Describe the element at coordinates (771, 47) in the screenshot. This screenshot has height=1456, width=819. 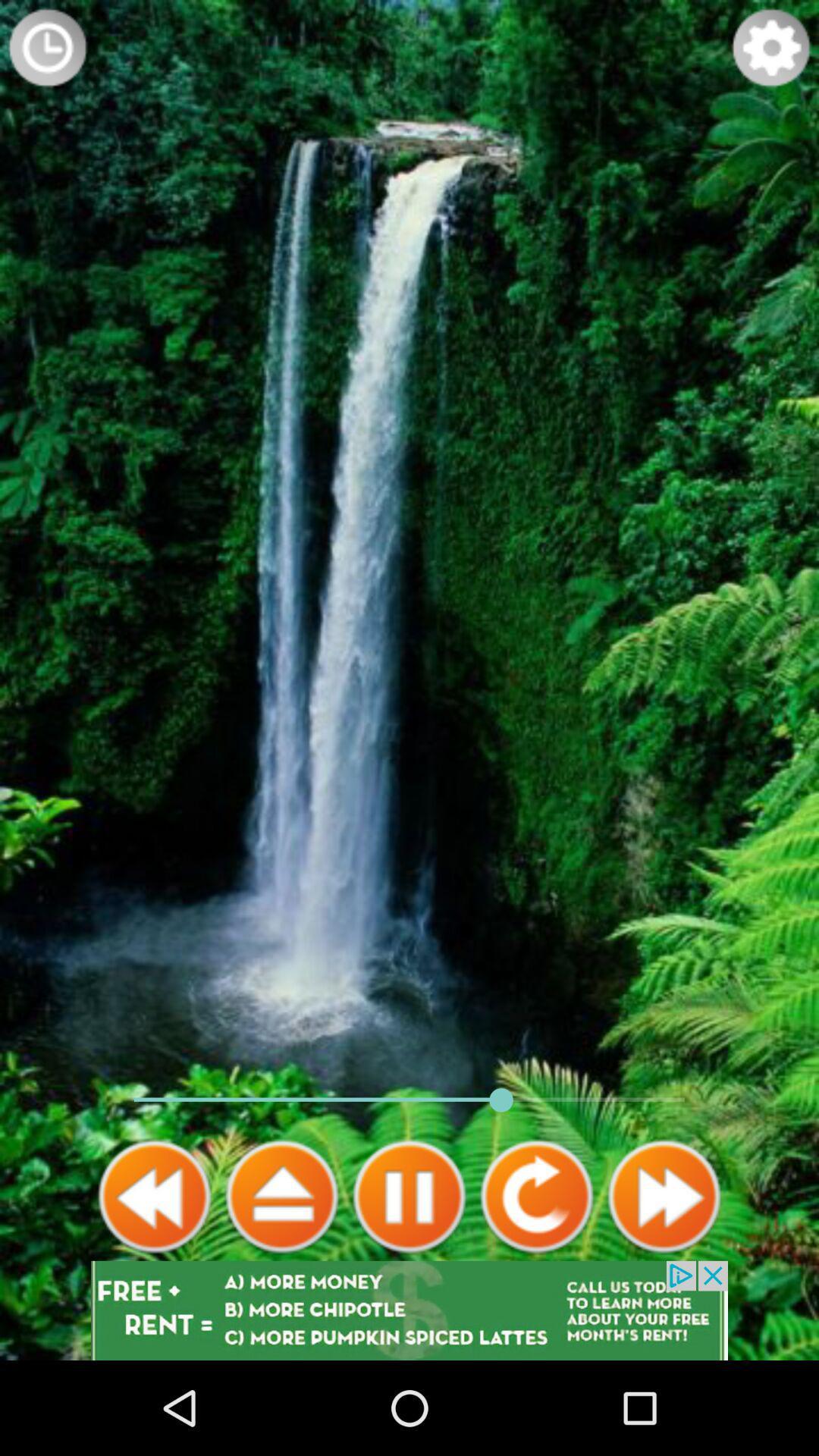
I see `settings` at that location.